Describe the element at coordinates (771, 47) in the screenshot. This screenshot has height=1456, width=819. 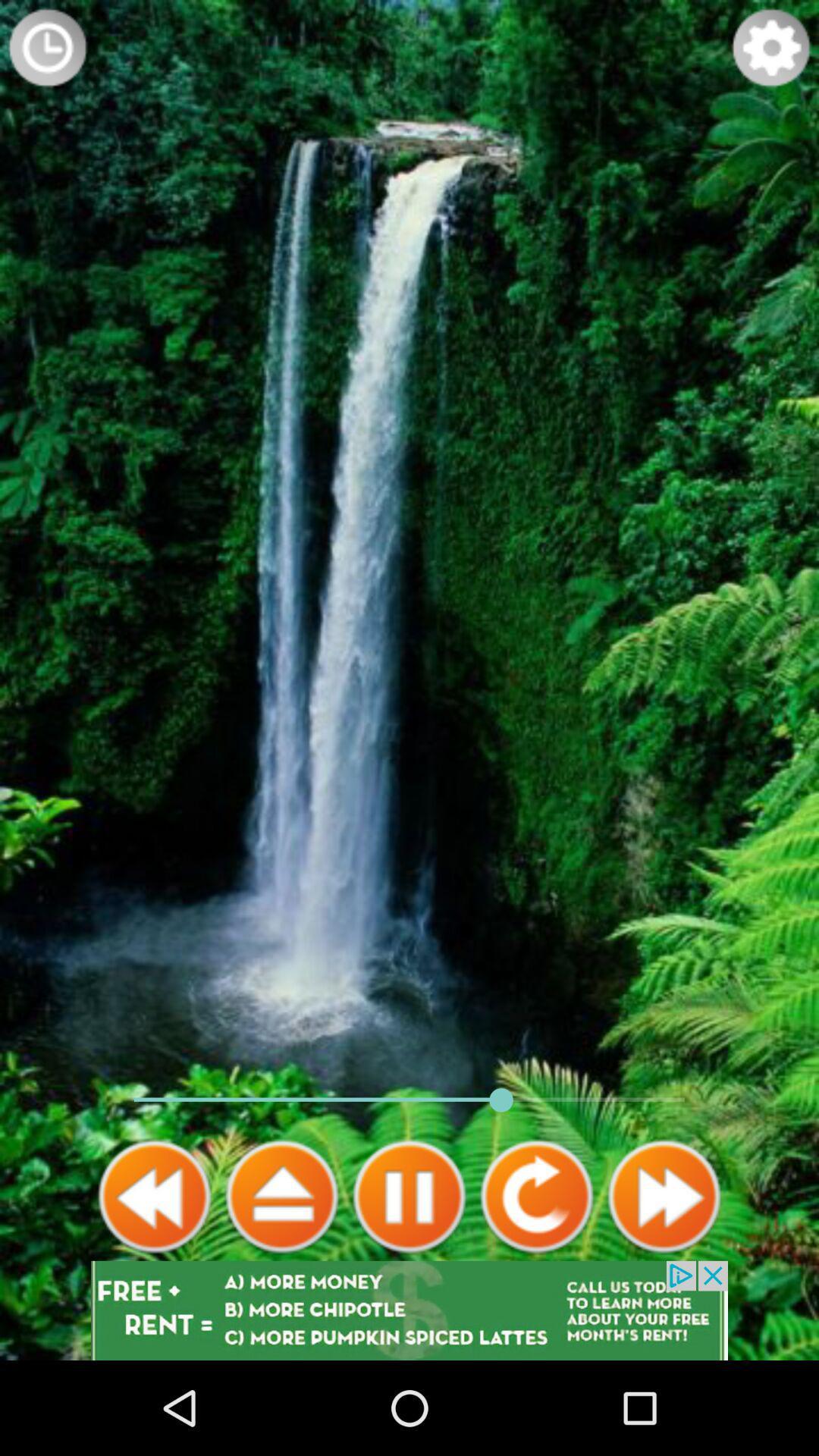
I see `settings` at that location.